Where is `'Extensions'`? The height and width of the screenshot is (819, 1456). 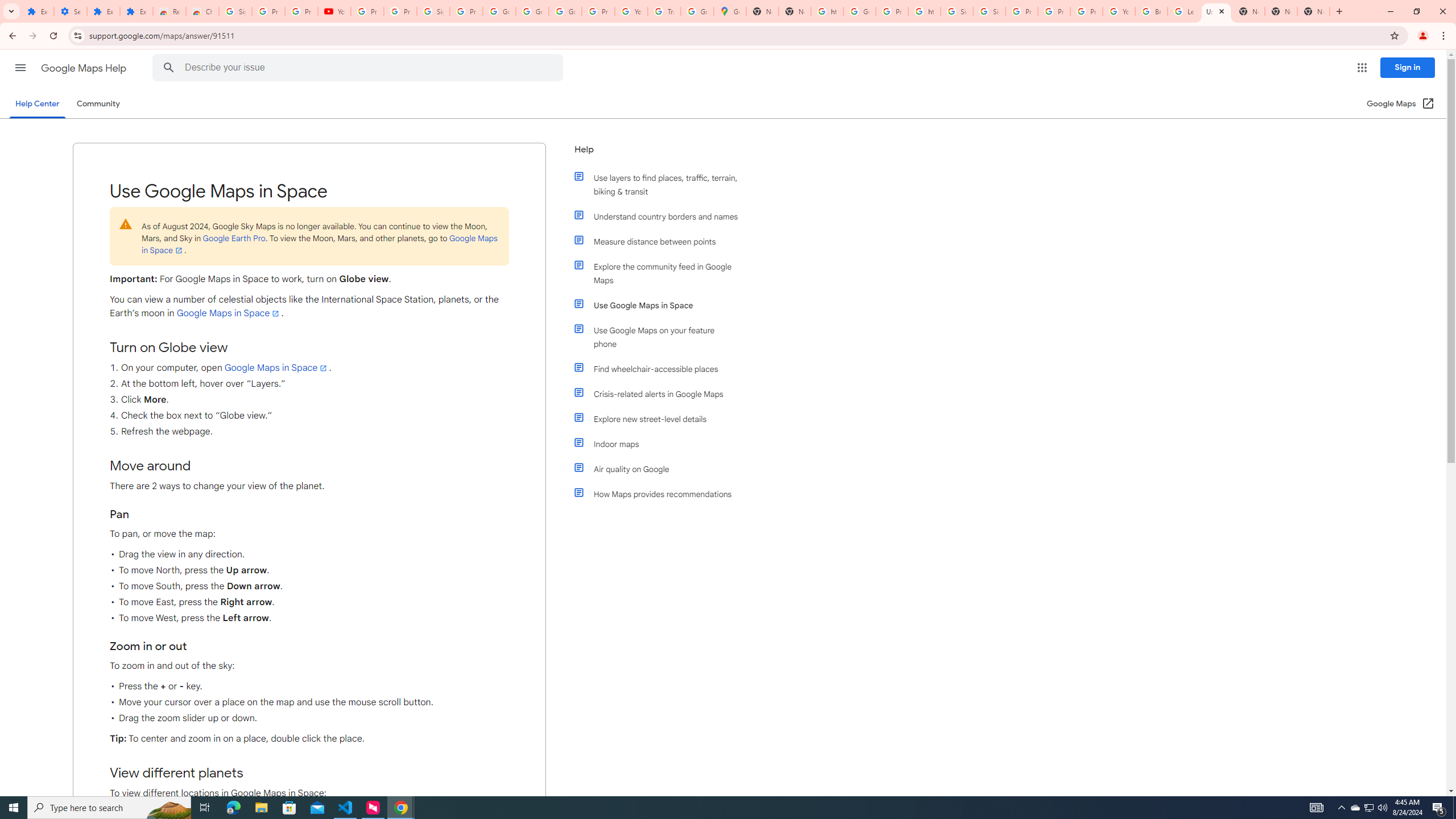 'Extensions' is located at coordinates (37, 11).